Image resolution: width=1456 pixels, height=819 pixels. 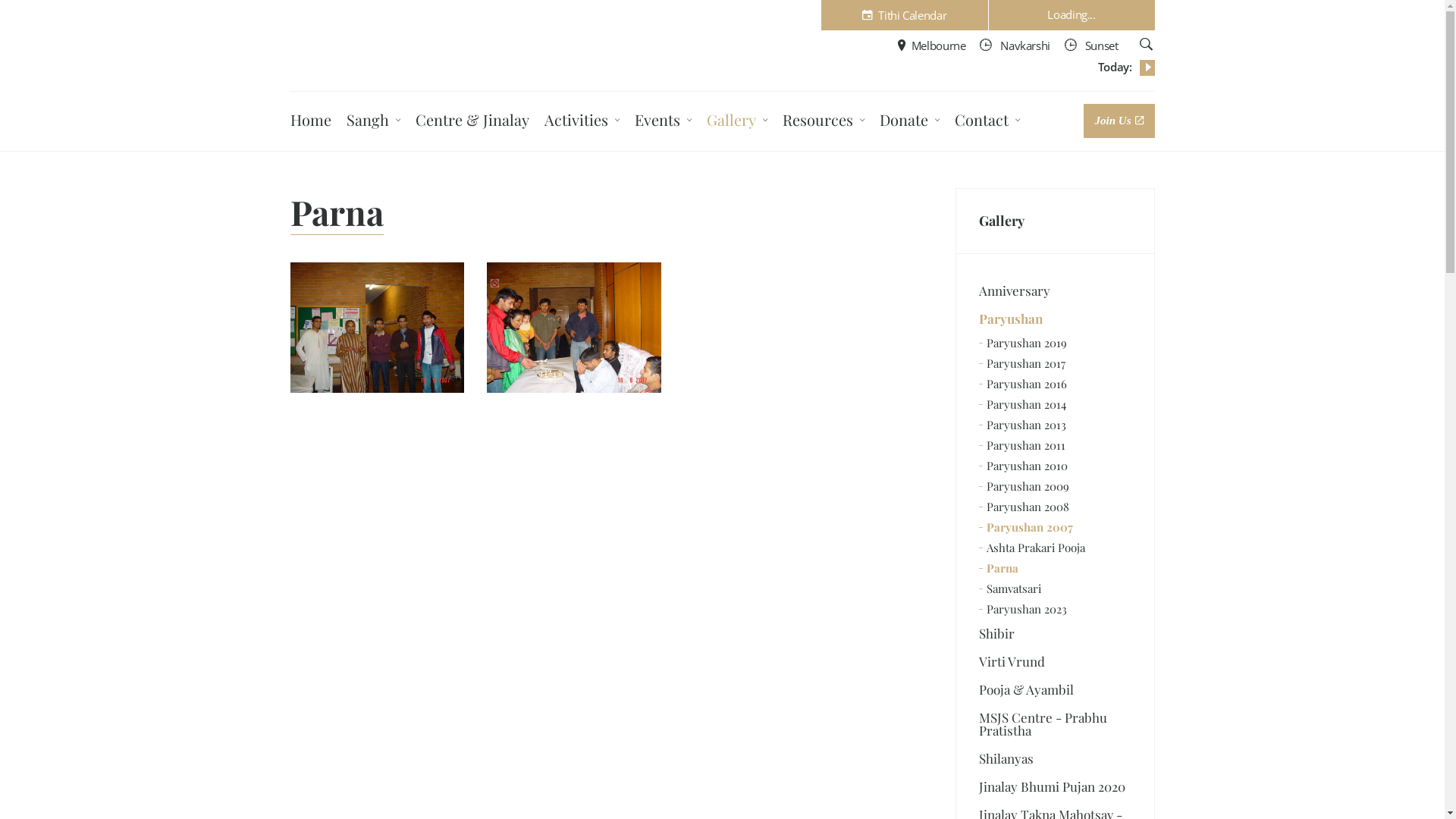 I want to click on 'Paryushan 2009', so click(x=1054, y=486).